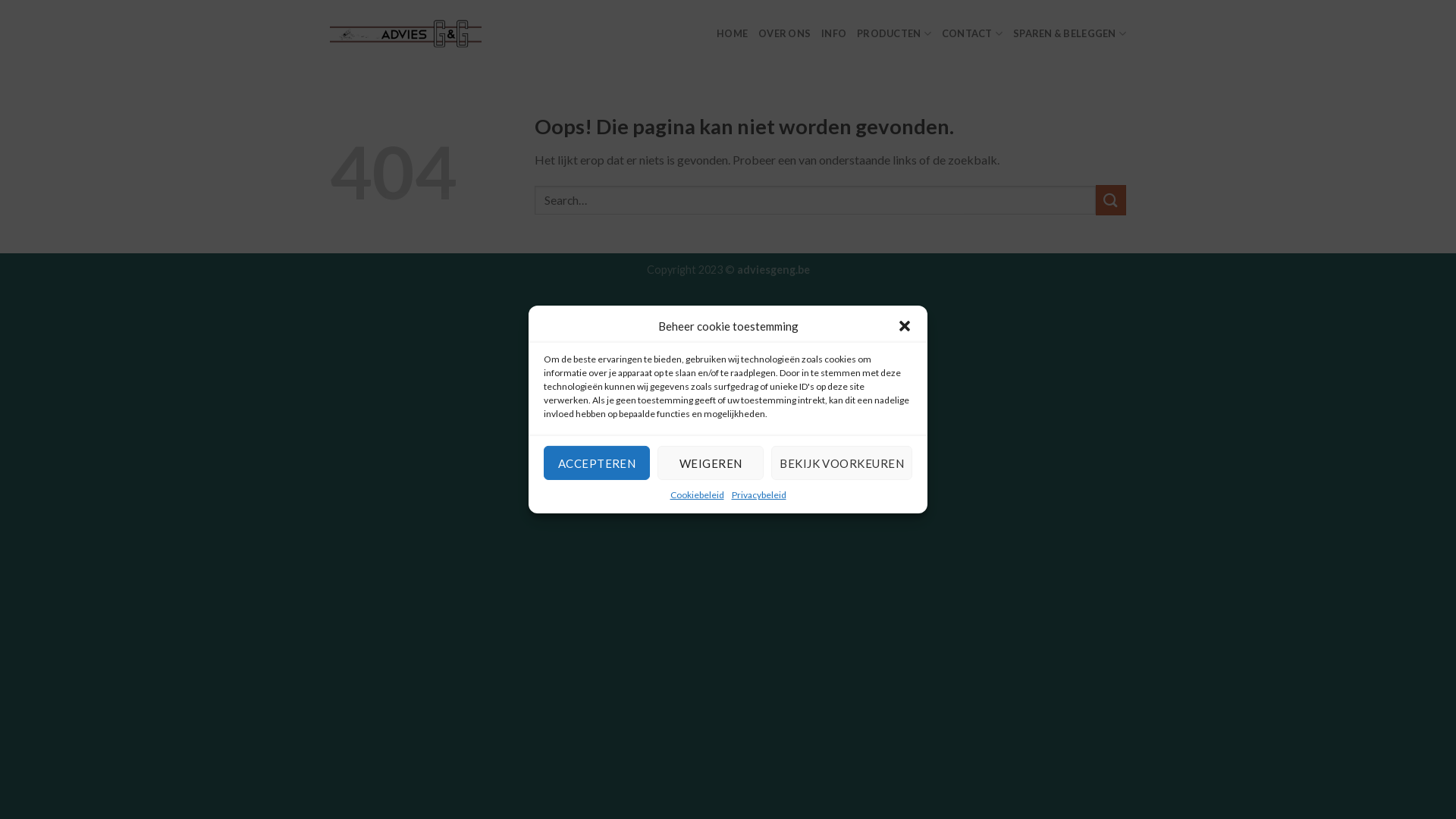 Image resolution: width=1456 pixels, height=819 pixels. I want to click on 'Cookiebeleid', so click(669, 494).